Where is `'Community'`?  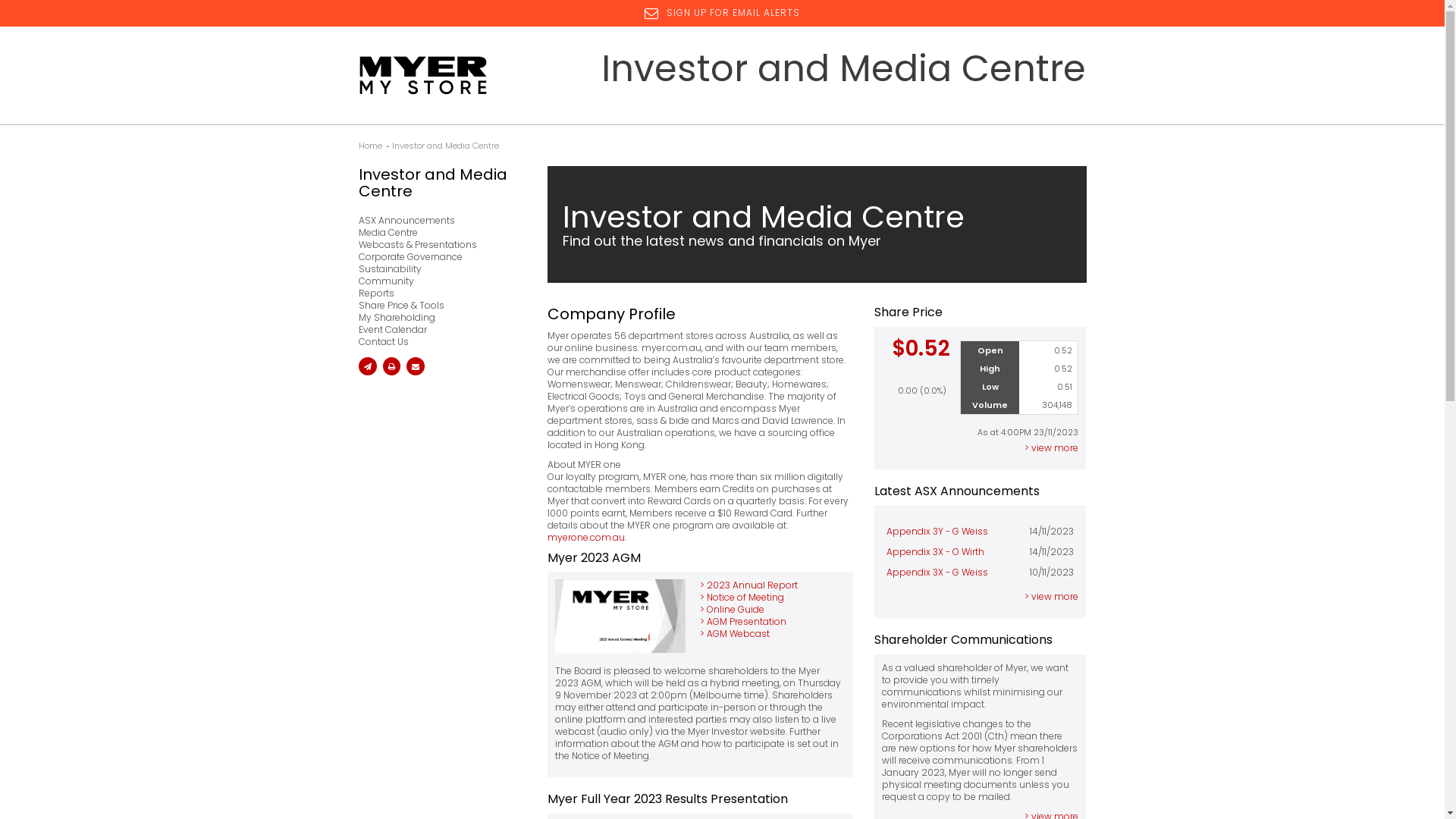
'Community' is located at coordinates (437, 281).